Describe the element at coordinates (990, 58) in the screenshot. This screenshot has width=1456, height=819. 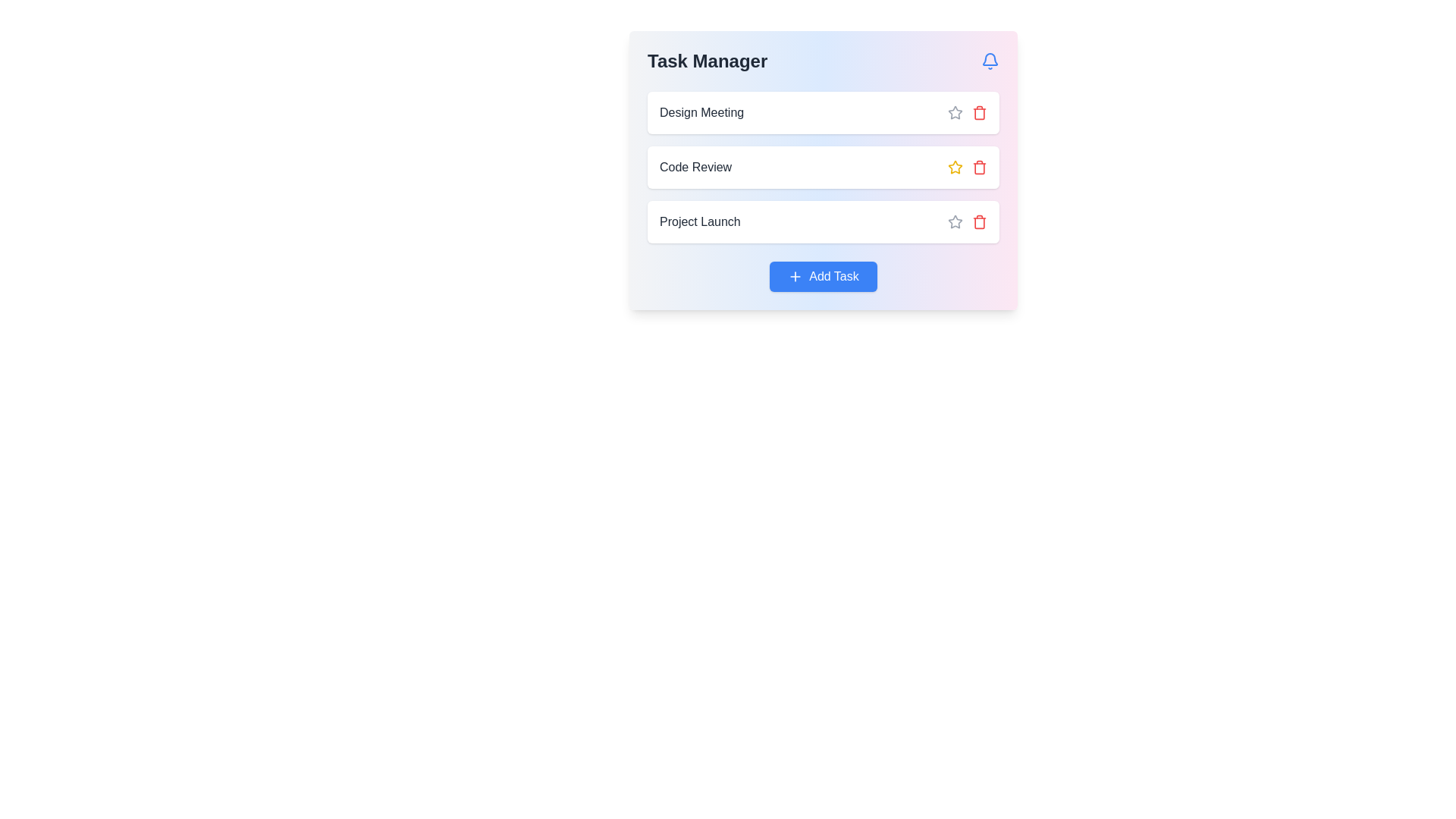
I see `the bell icon component located at the upper-right corner of the task manager interface, slightly below its topmost arc` at that location.